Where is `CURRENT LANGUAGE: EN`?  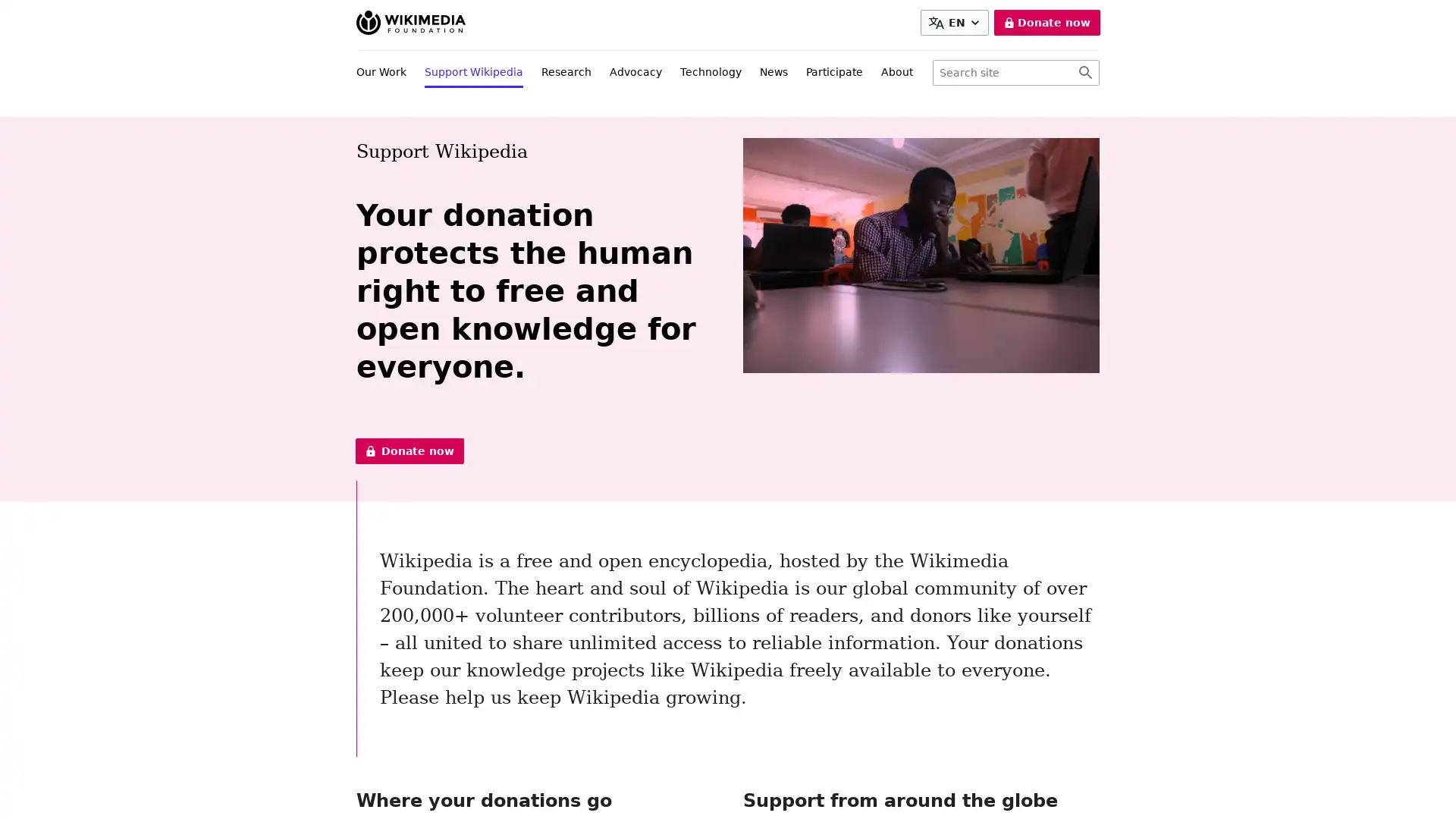 CURRENT LANGUAGE: EN is located at coordinates (953, 23).